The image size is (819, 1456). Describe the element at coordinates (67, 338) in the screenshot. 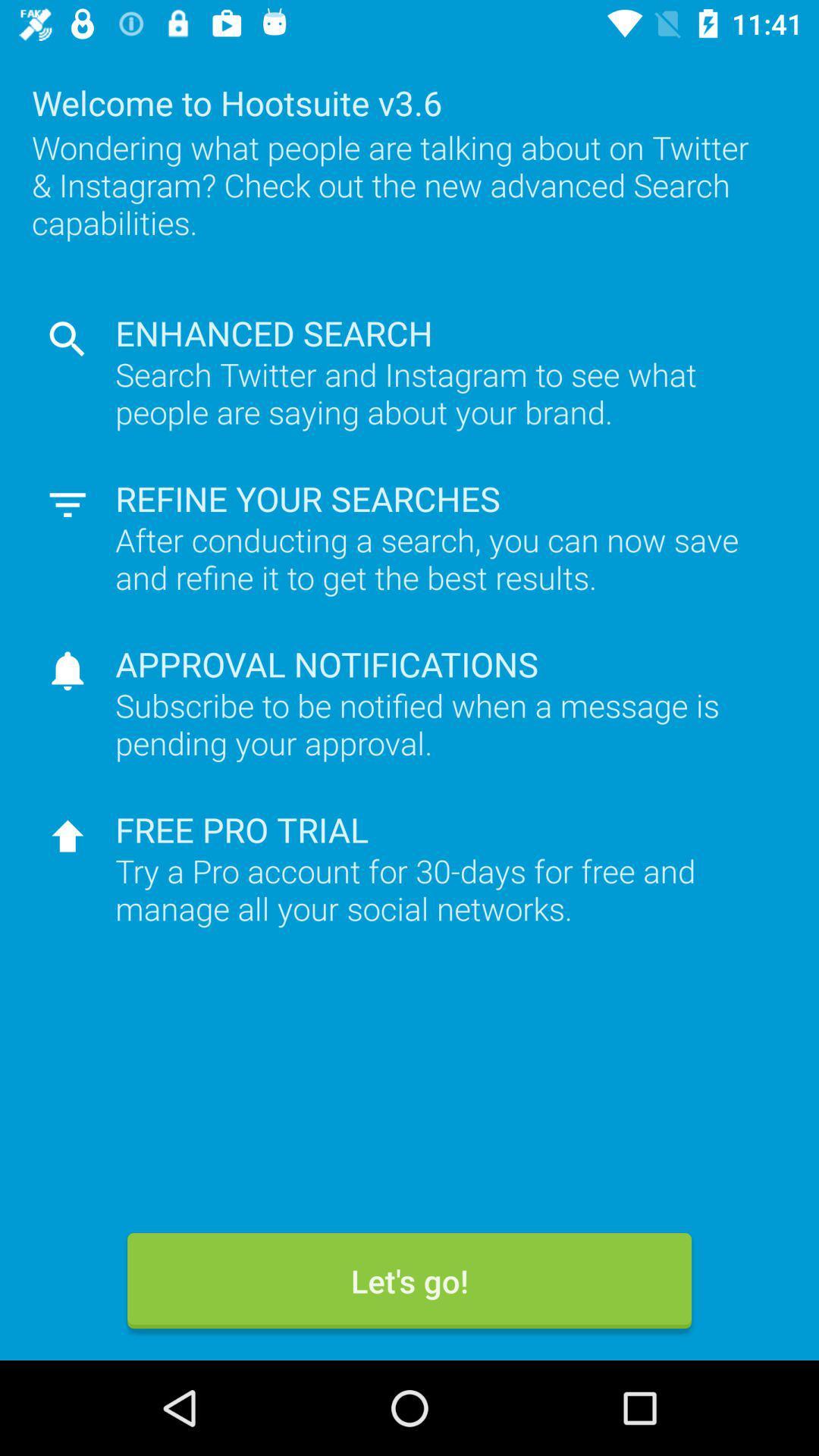

I see `the search button on the web page` at that location.